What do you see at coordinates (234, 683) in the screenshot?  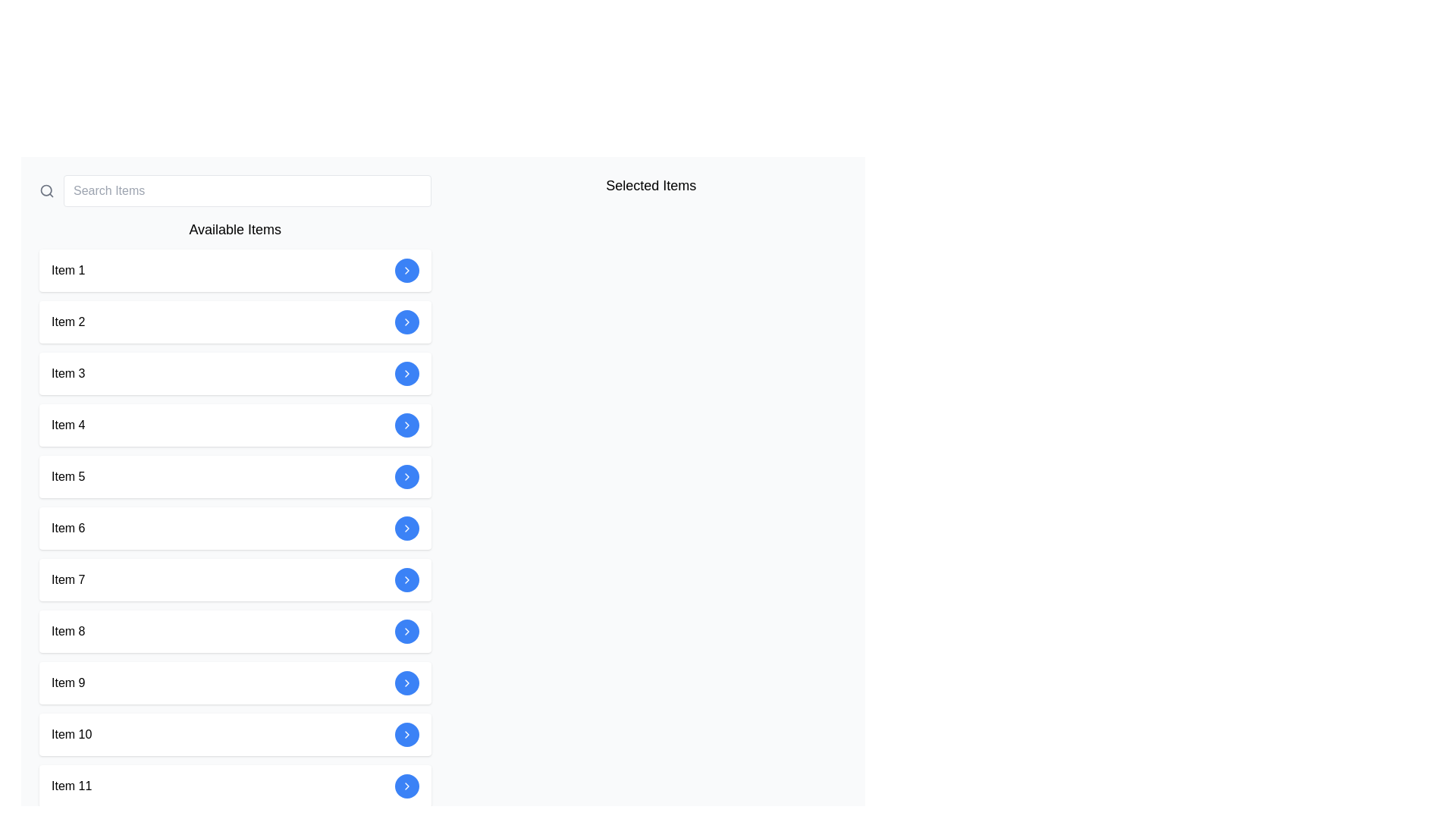 I see `the List Item labeled 'Item 9' which has a white background, rounded corners, and a blue circular button with a right arrow` at bounding box center [234, 683].